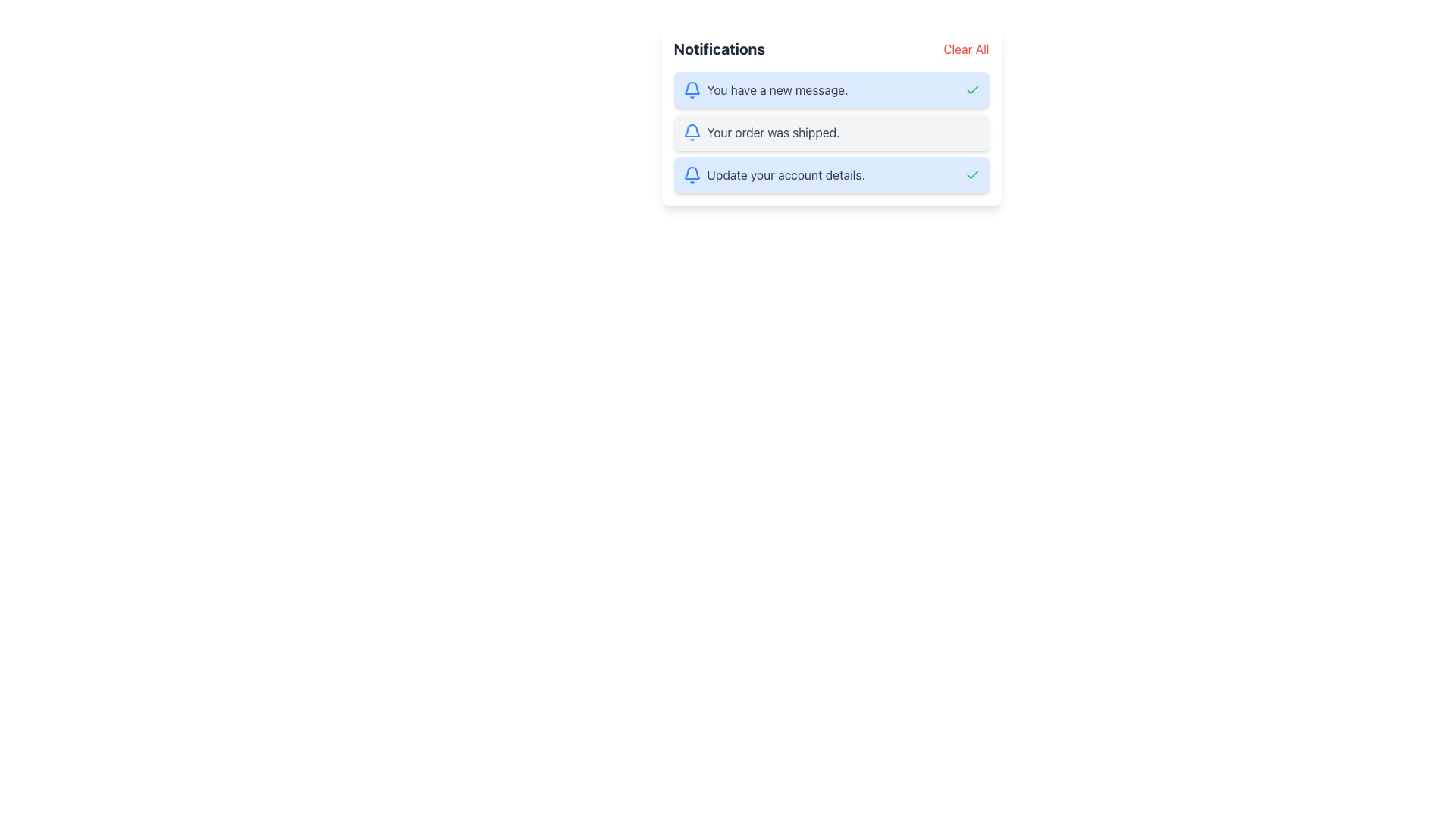  Describe the element at coordinates (761, 131) in the screenshot. I see `the notification element containing the bell icon and the text 'Your order was shipped.', which is the second item in a vertical list of notifications` at that location.